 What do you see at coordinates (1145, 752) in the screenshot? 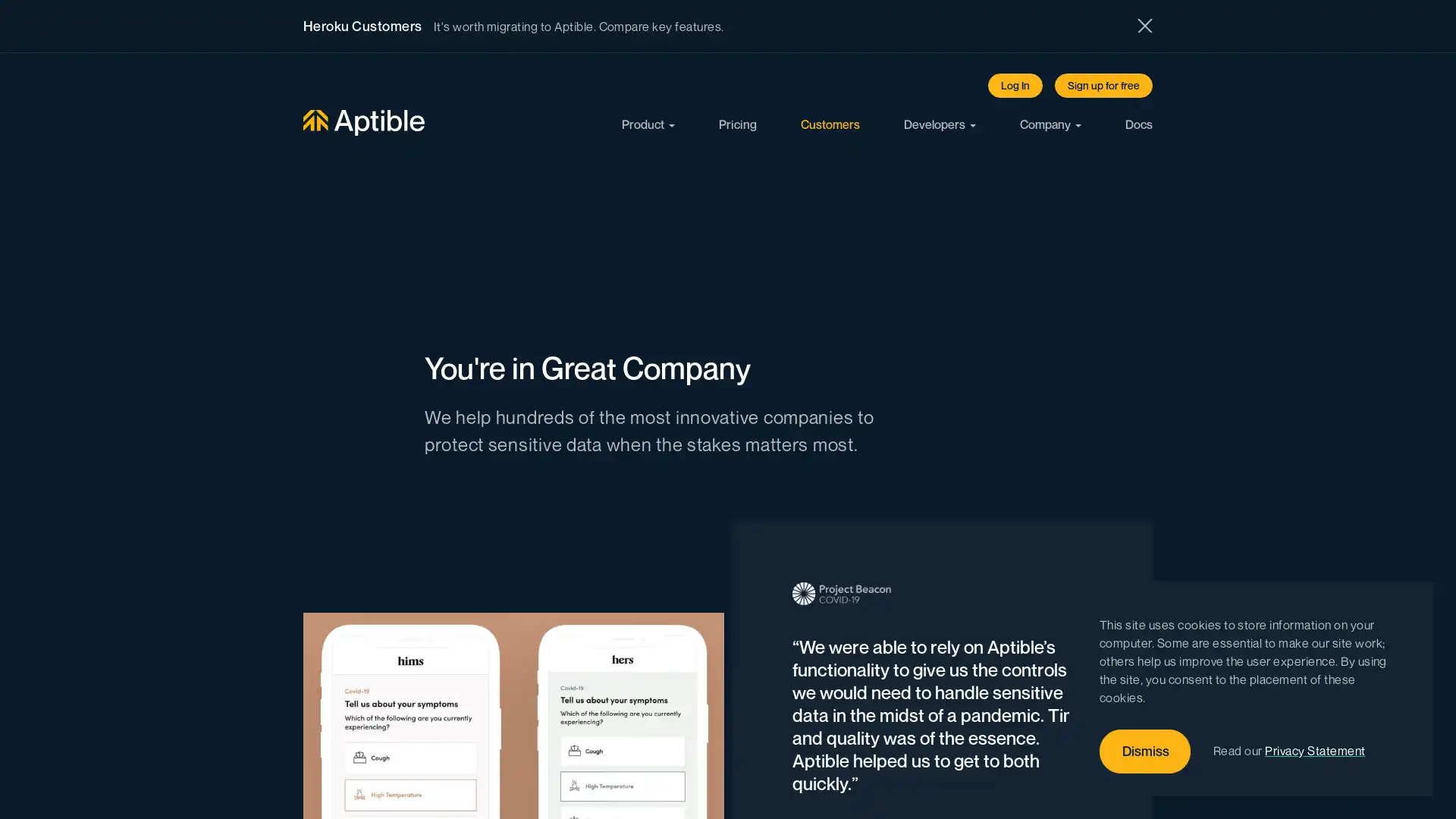
I see `Dismiss` at bounding box center [1145, 752].